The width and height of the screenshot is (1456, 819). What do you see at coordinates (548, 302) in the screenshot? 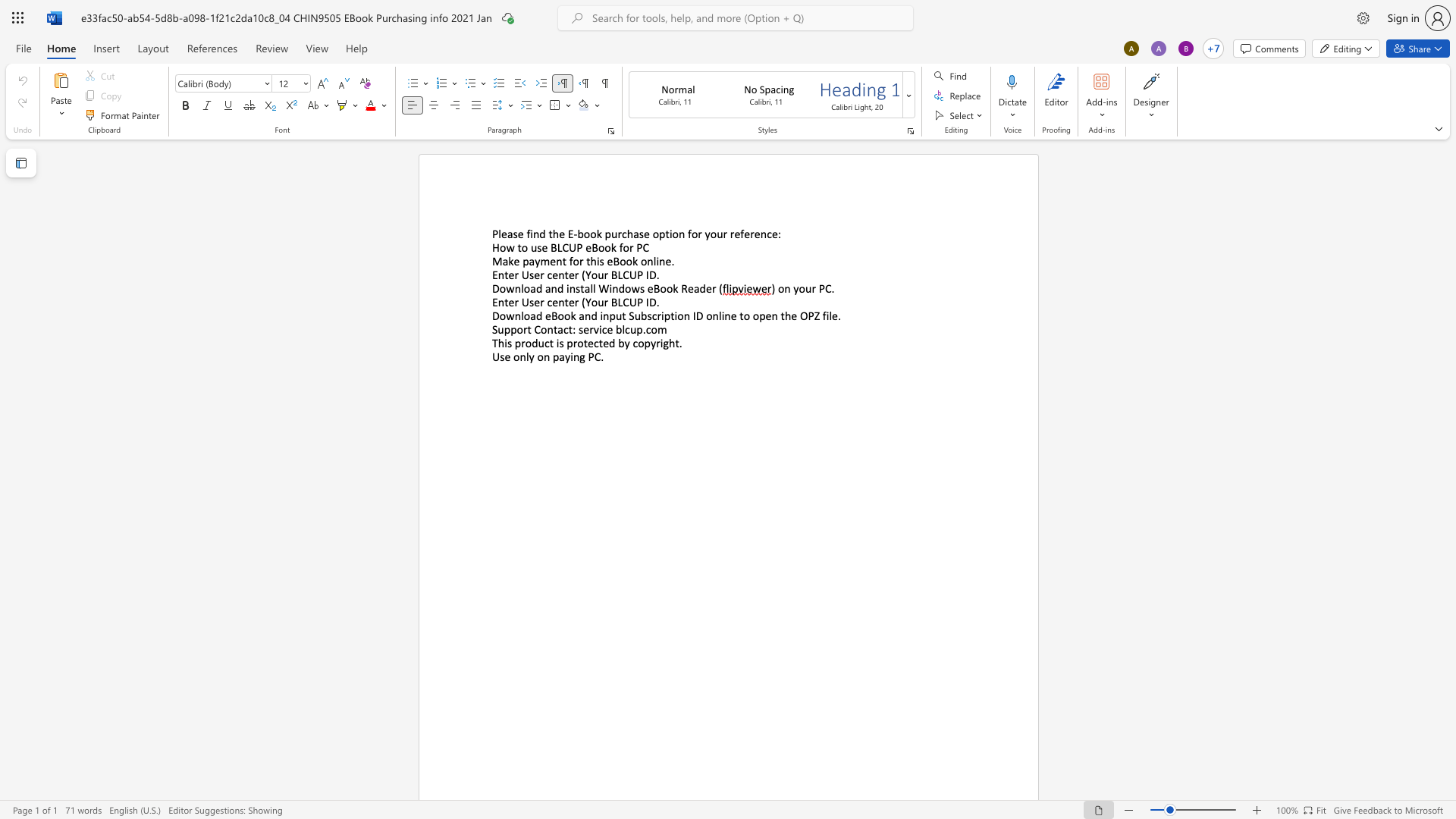
I see `the 1th character "c" in the text` at bounding box center [548, 302].